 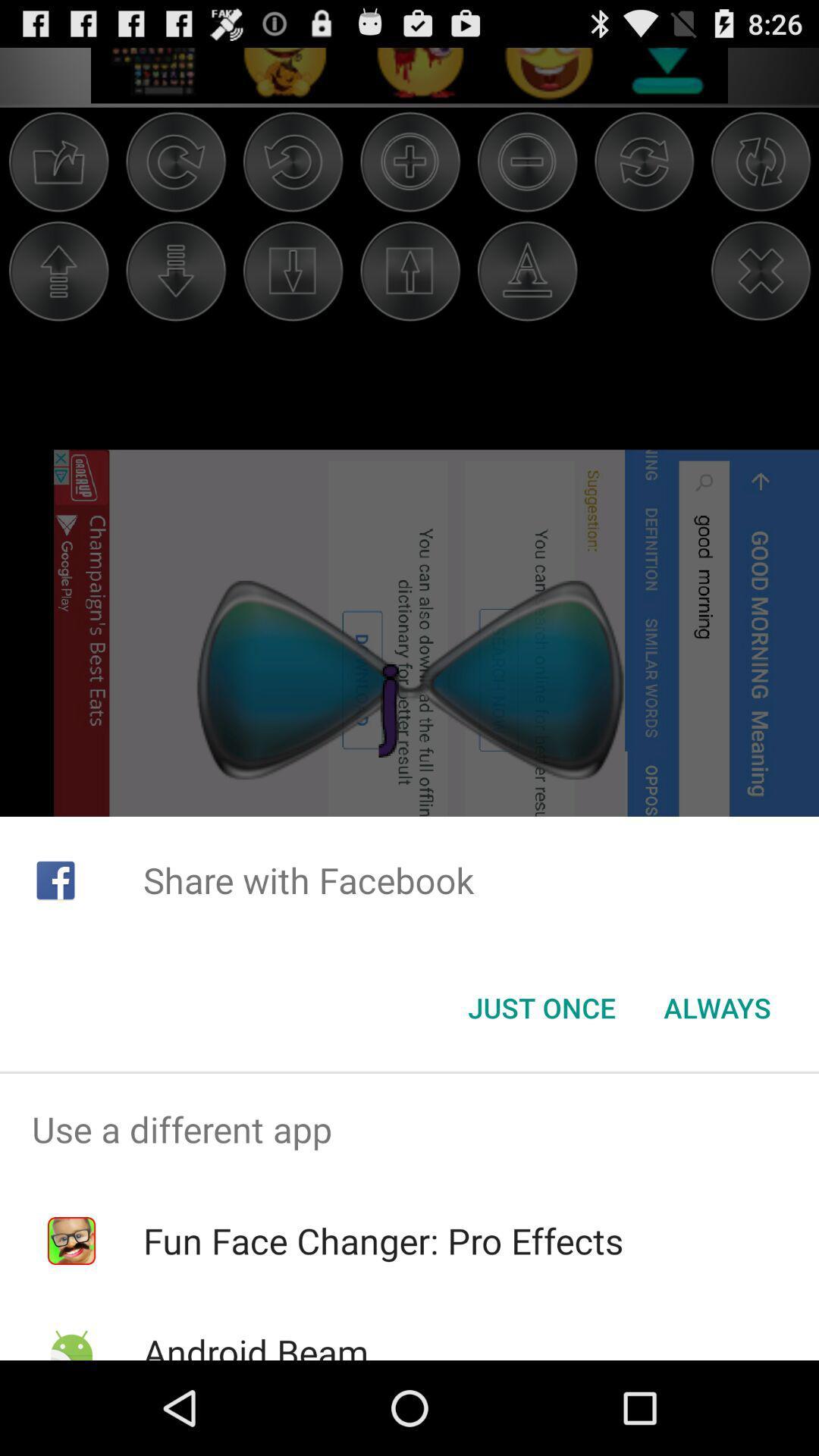 I want to click on the app above the android beam, so click(x=382, y=1241).